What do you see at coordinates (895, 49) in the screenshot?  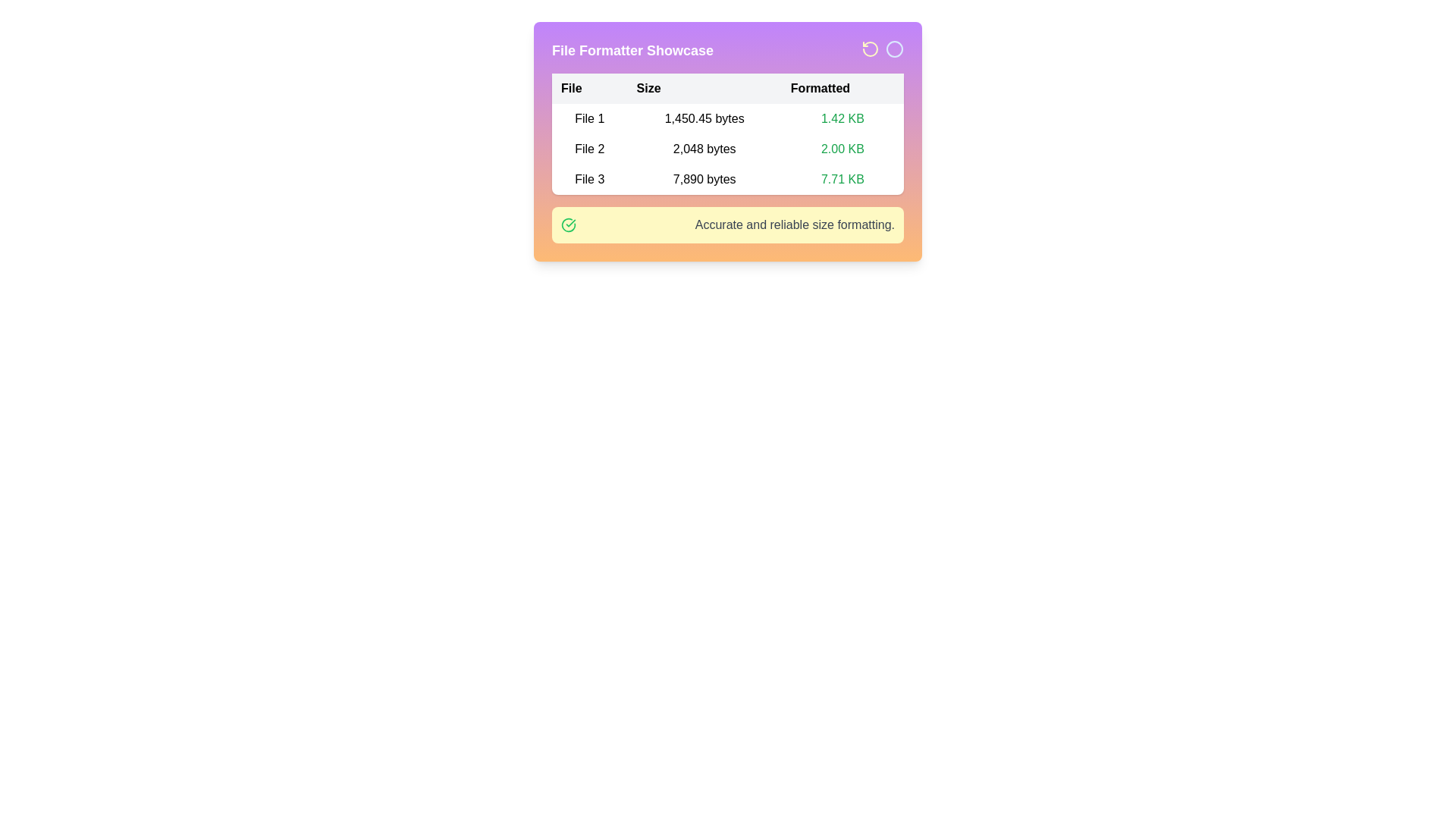 I see `the circular button located at the top-right corner of the interface, next to the counter-clockwise arrow icon` at bounding box center [895, 49].